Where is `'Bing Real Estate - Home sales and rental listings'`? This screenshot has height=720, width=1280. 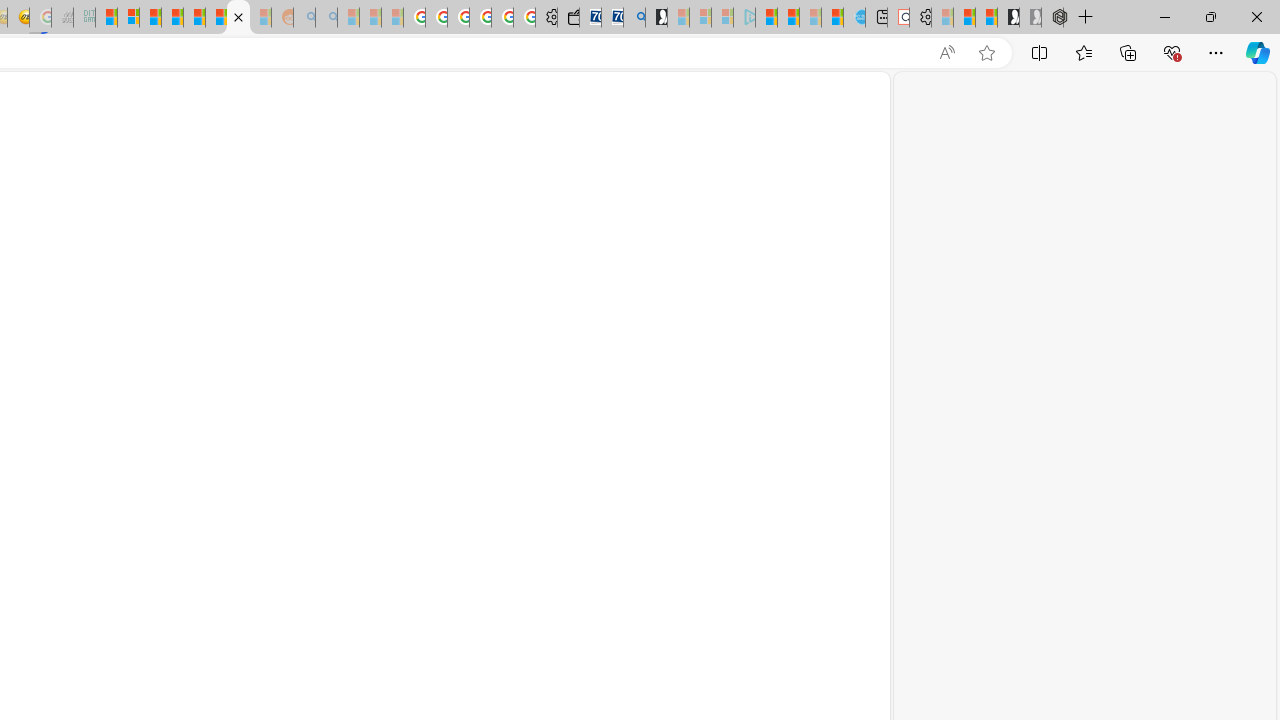 'Bing Real Estate - Home sales and rental listings' is located at coordinates (633, 17).